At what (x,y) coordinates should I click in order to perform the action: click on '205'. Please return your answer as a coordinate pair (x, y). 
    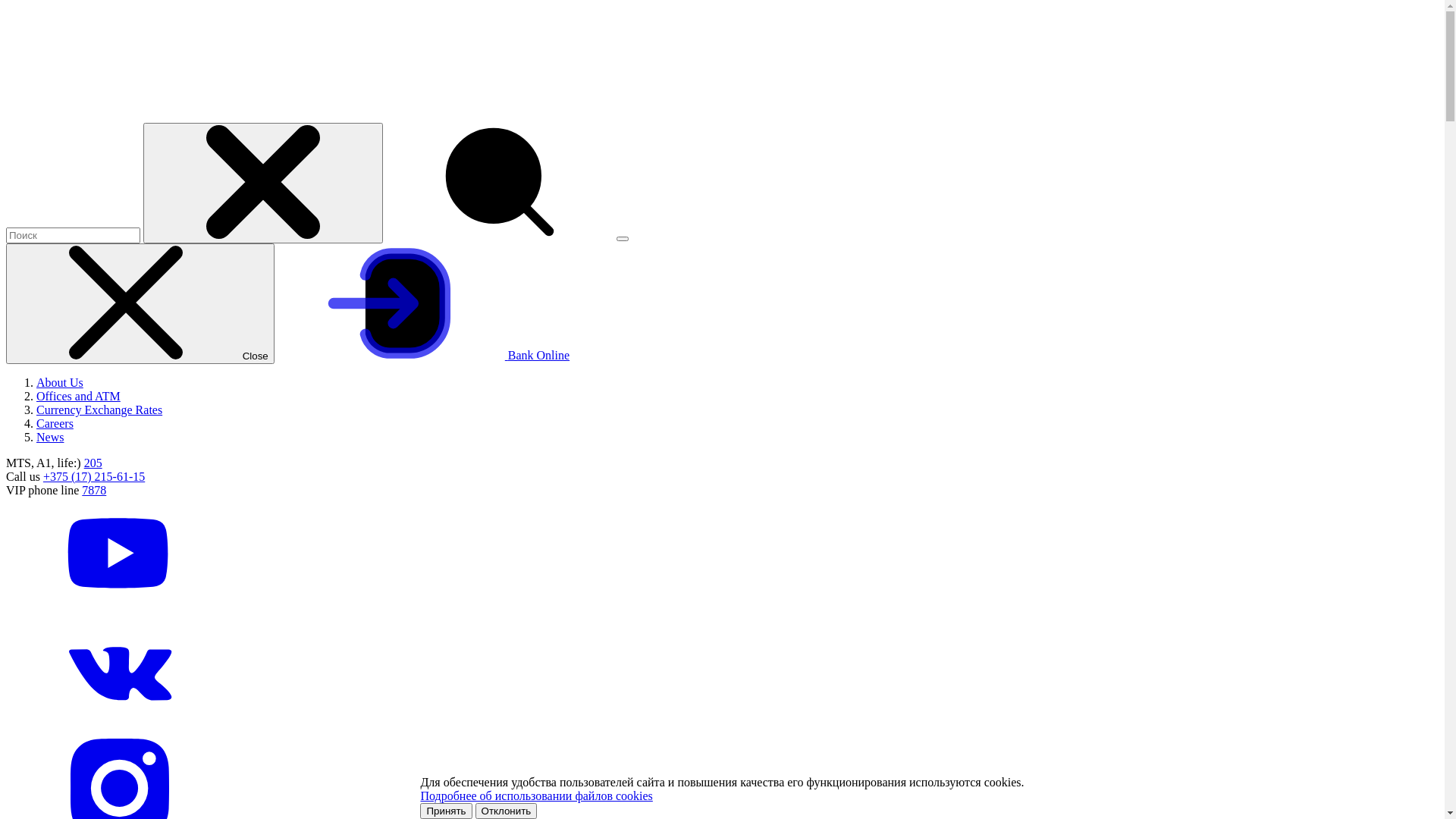
    Looking at the image, I should click on (93, 462).